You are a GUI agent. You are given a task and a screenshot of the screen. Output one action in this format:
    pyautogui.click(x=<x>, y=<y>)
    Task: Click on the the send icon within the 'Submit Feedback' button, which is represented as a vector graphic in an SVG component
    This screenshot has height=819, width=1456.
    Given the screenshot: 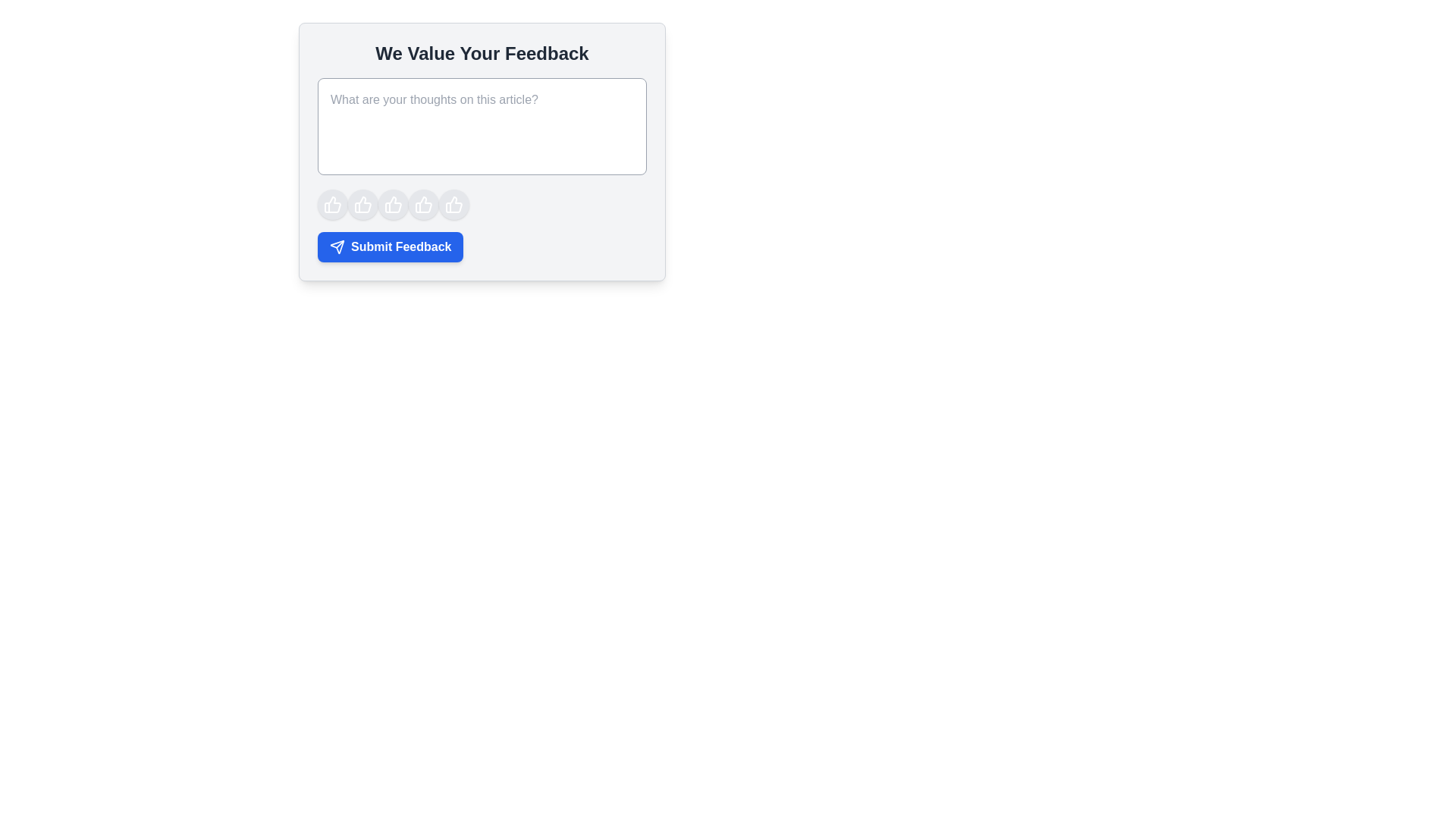 What is the action you would take?
    pyautogui.click(x=337, y=246)
    